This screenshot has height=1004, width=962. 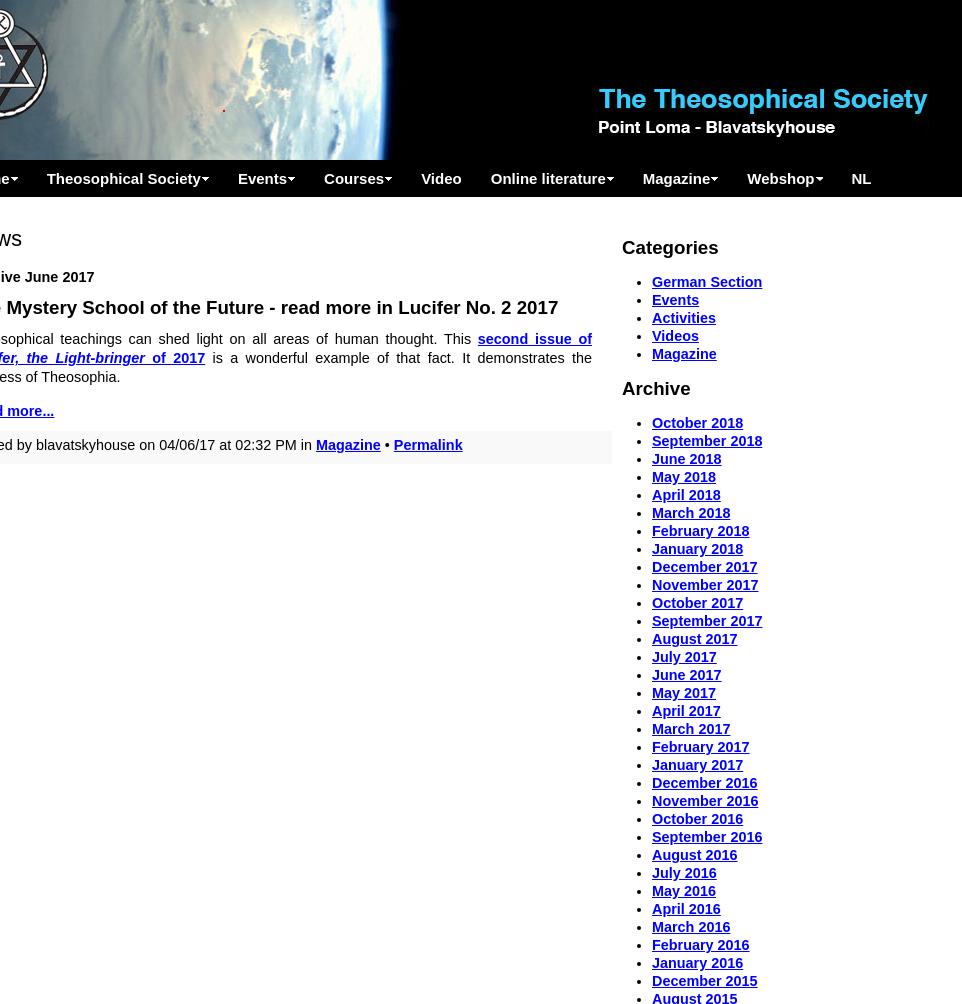 What do you see at coordinates (696, 421) in the screenshot?
I see `'October 2018'` at bounding box center [696, 421].